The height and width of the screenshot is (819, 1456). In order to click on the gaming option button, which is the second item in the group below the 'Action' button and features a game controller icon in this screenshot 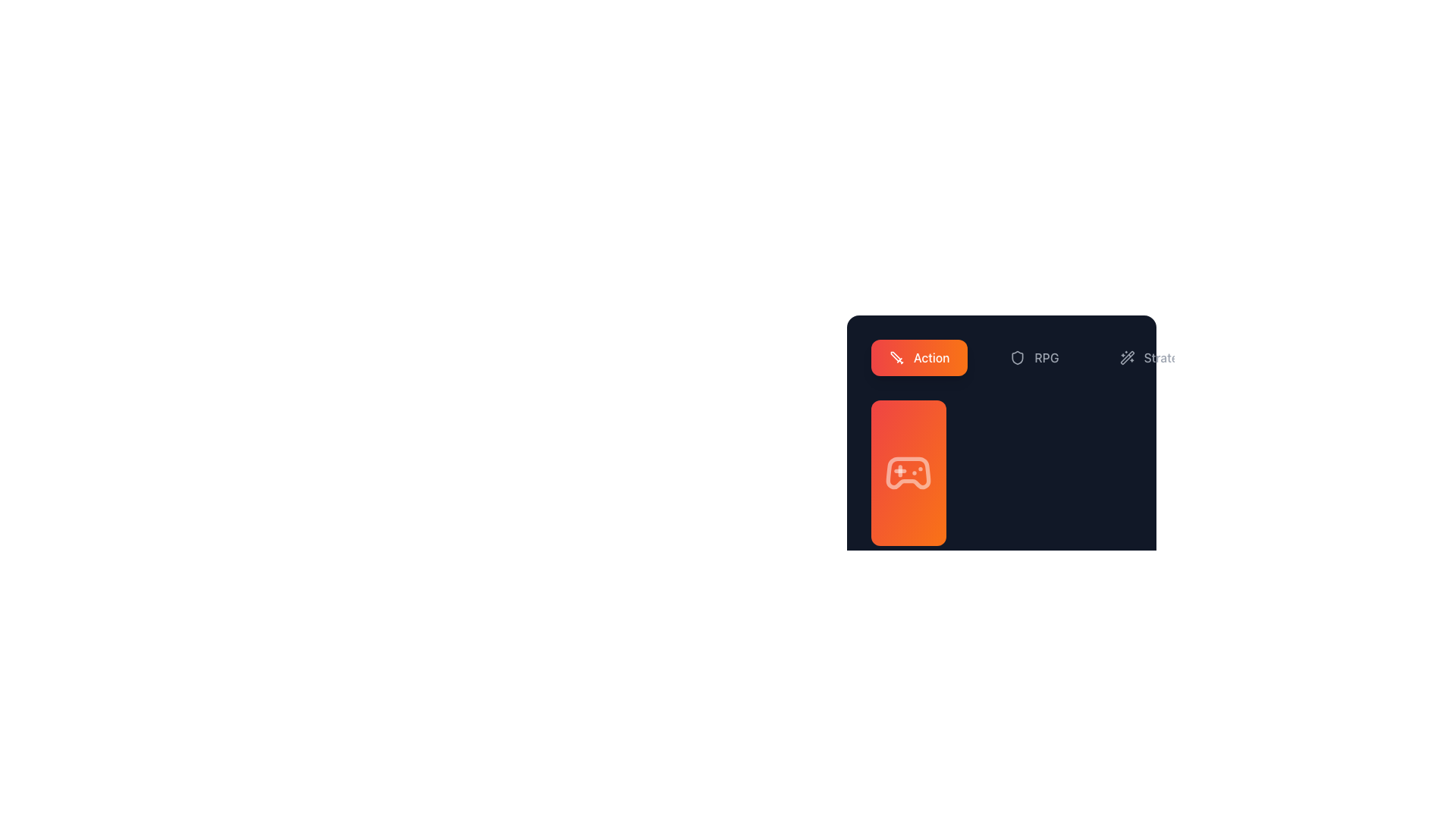, I will do `click(908, 472)`.